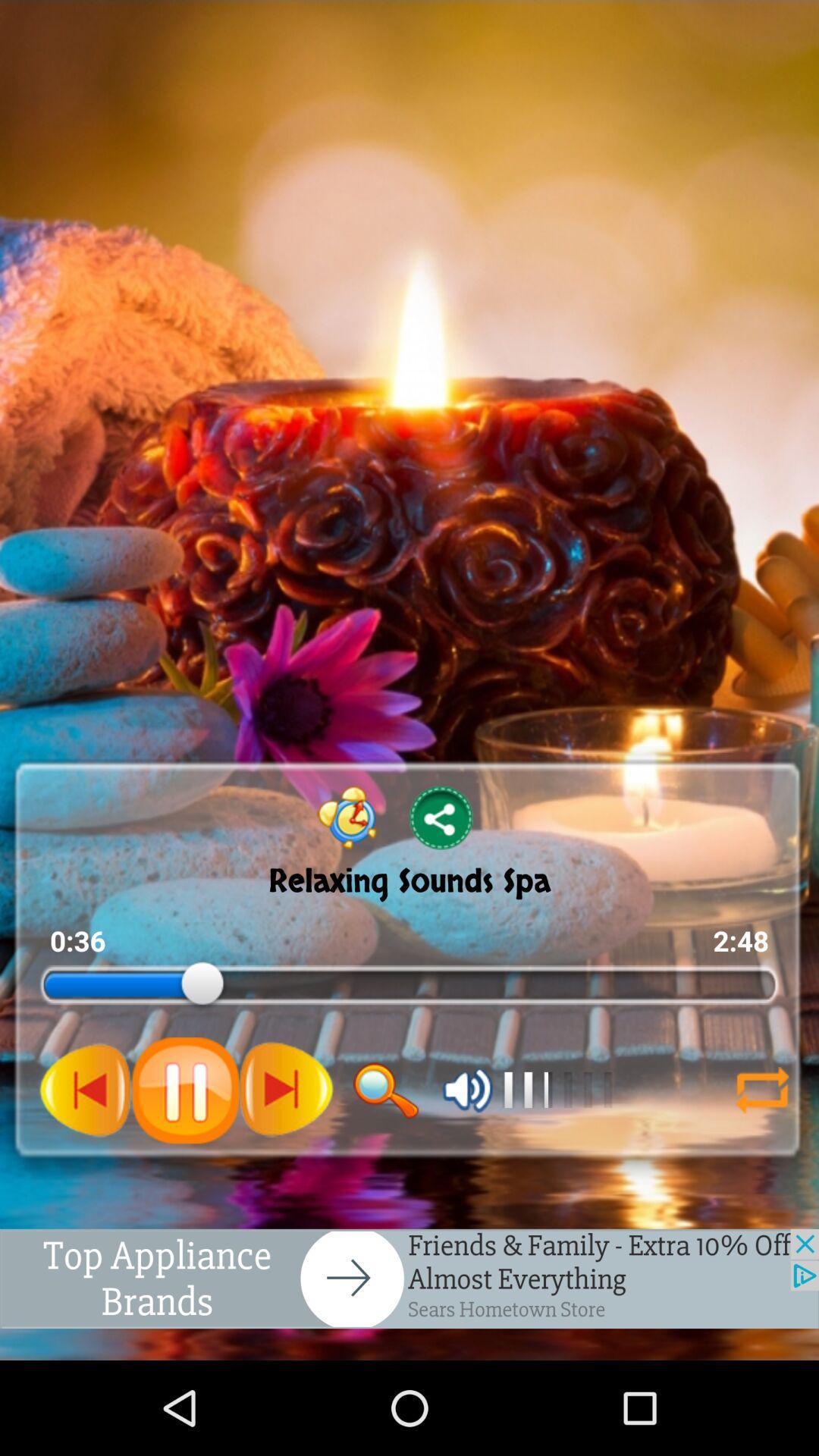 The height and width of the screenshot is (1456, 819). I want to click on pause button, so click(185, 1090).